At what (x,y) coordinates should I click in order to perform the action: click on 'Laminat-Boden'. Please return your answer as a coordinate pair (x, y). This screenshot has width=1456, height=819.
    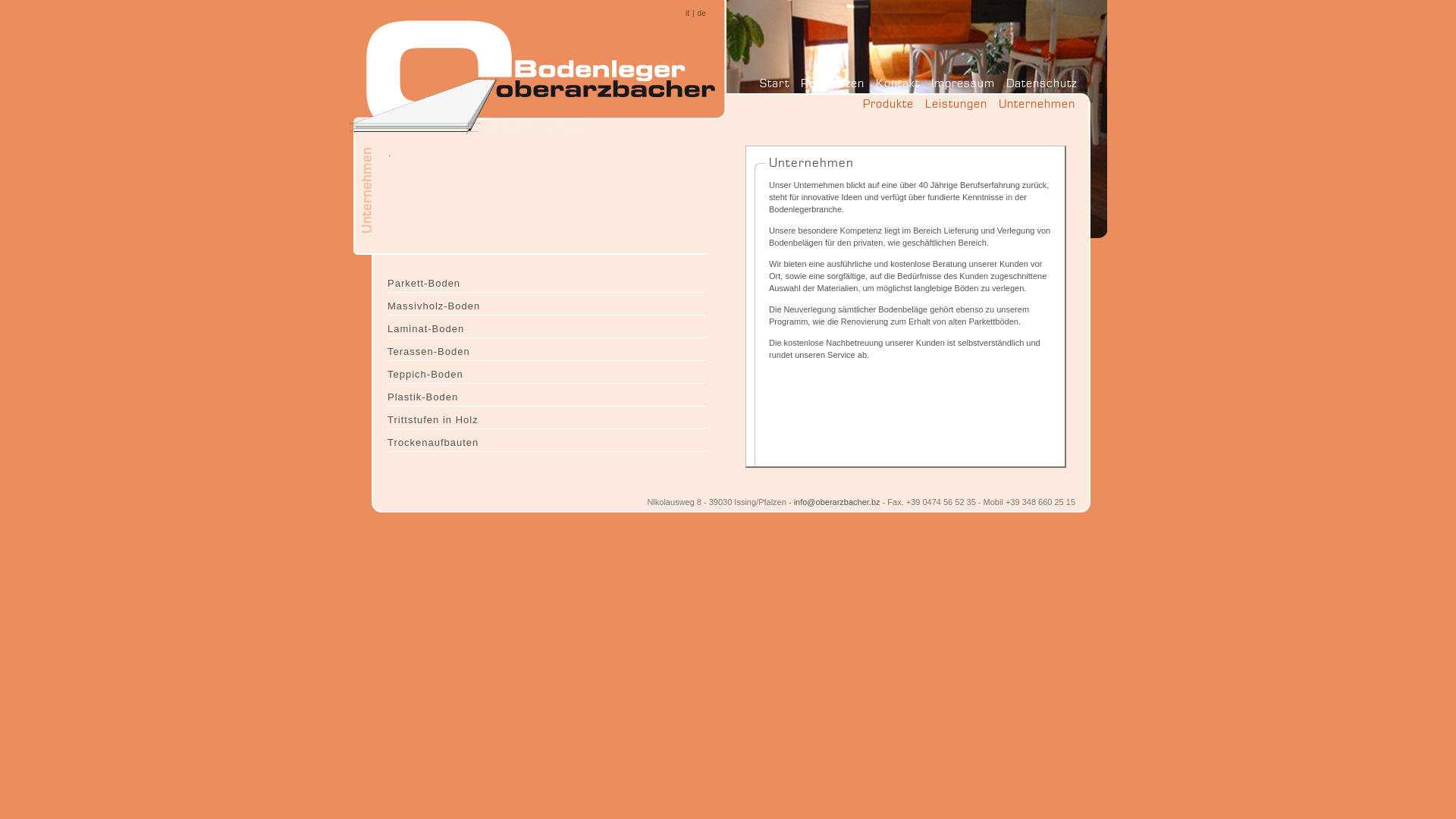
    Looking at the image, I should click on (546, 326).